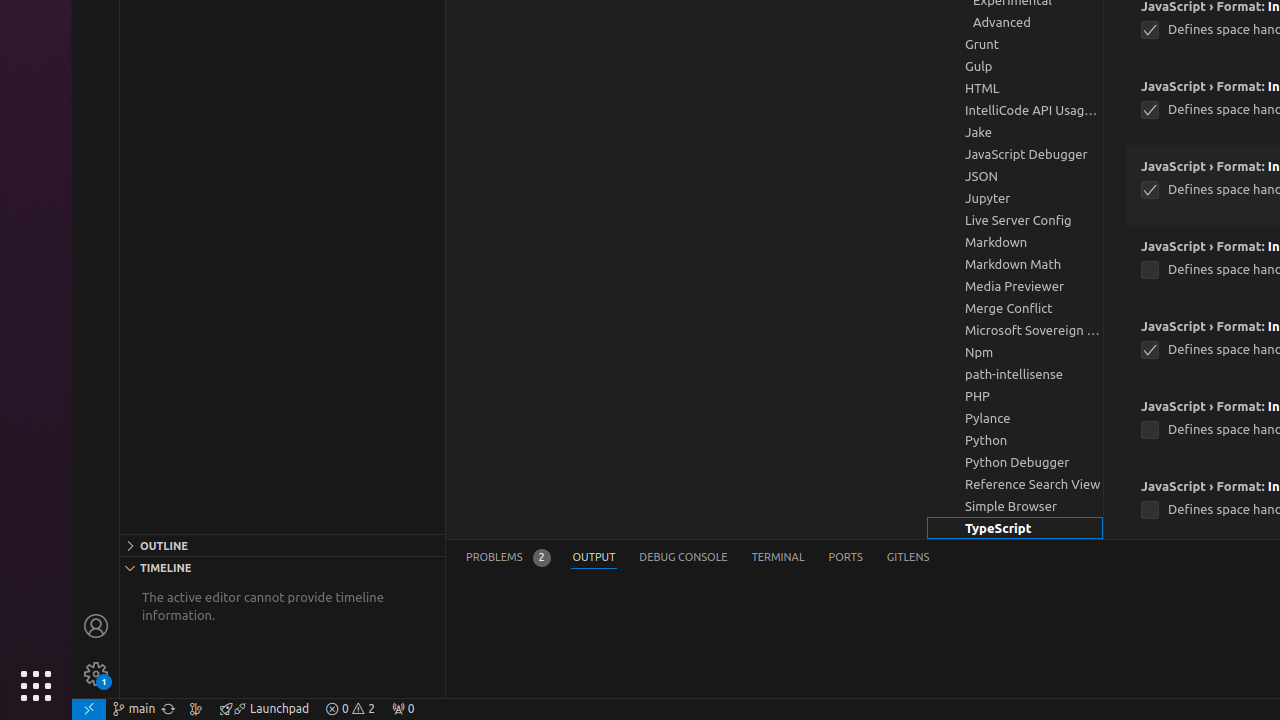  Describe the element at coordinates (87, 707) in the screenshot. I see `'remote'` at that location.